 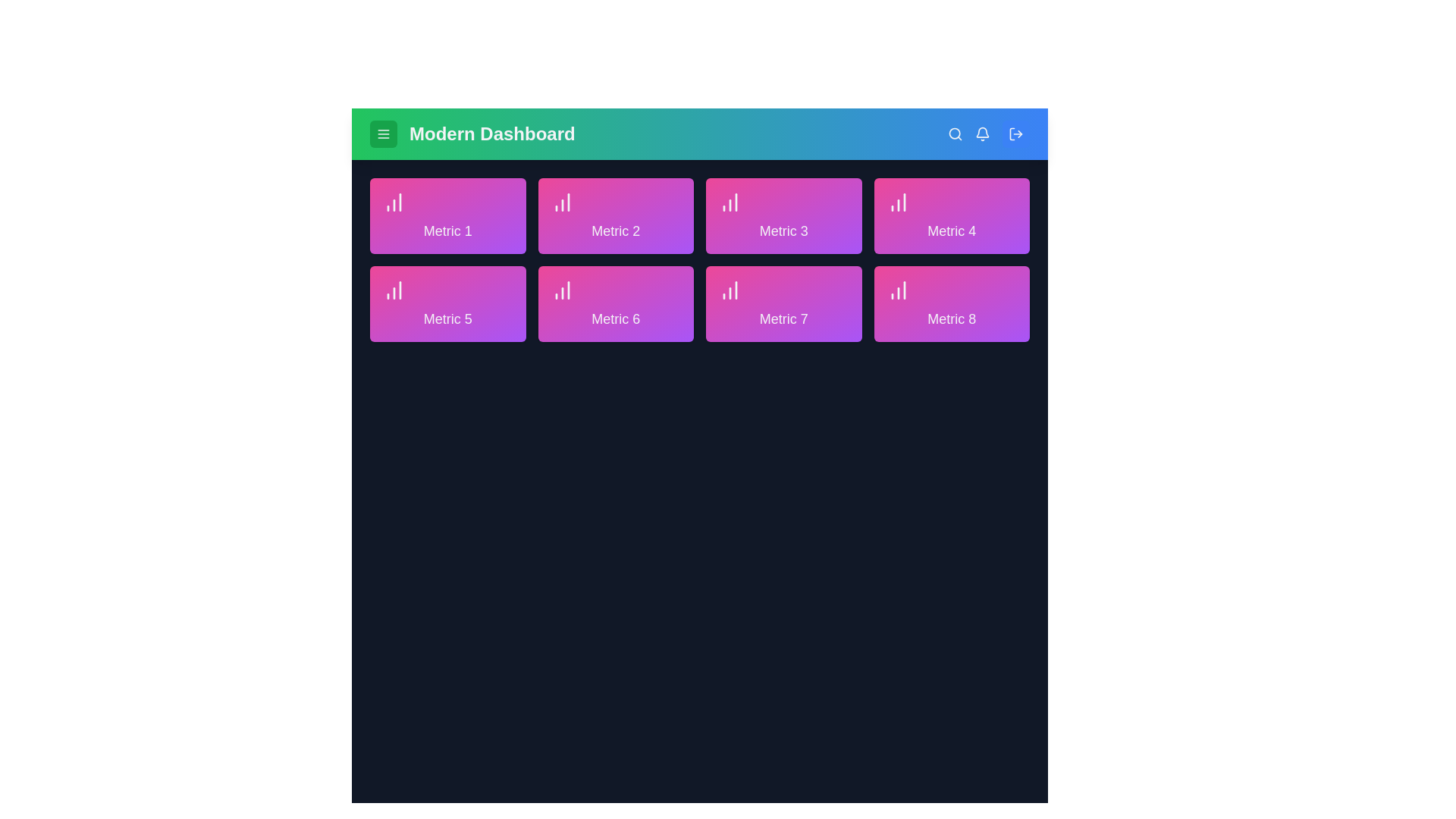 I want to click on the menu button located at the top-left corner of the AdvancedAppBar component, so click(x=383, y=133).